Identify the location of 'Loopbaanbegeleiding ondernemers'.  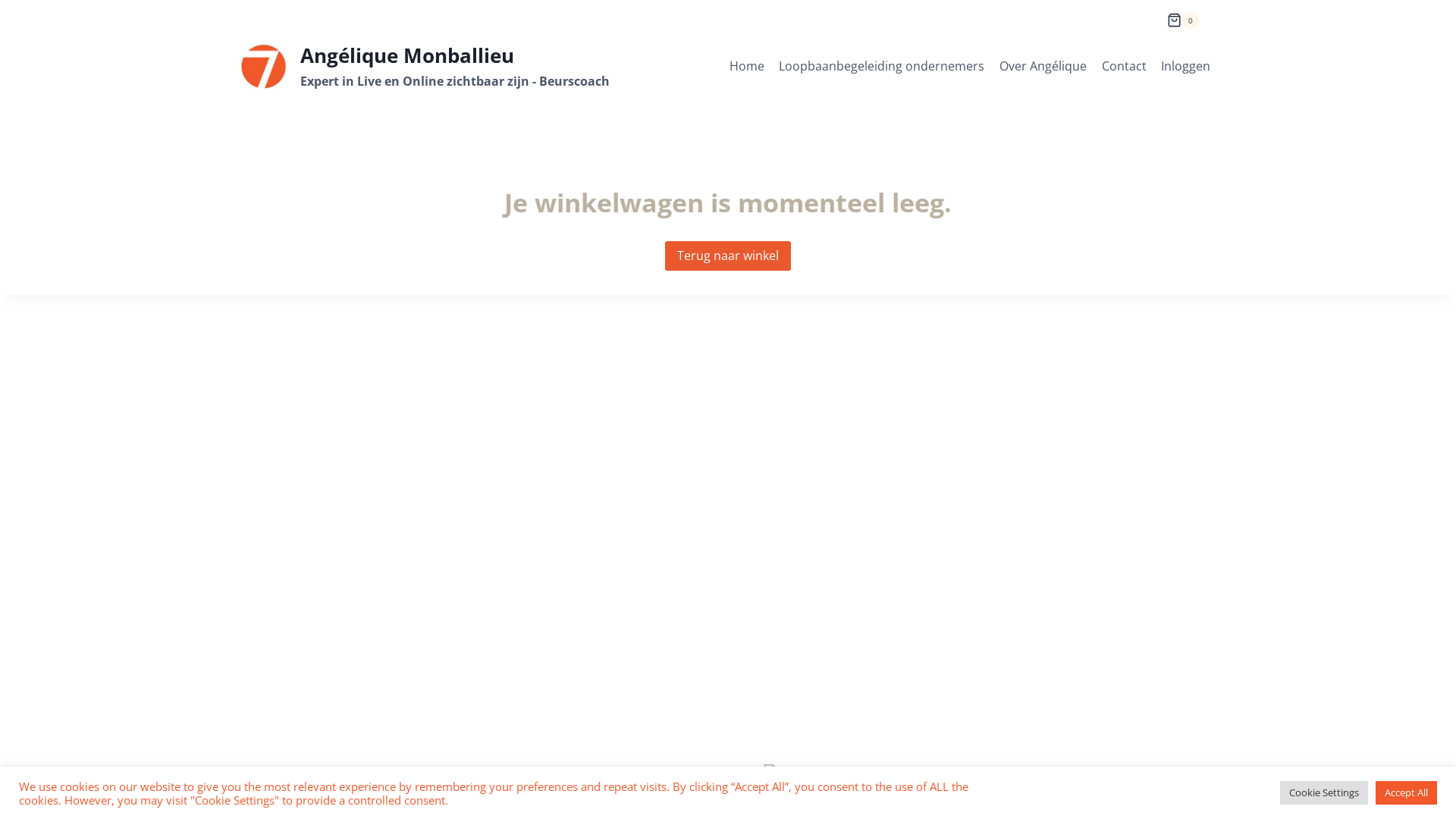
(881, 65).